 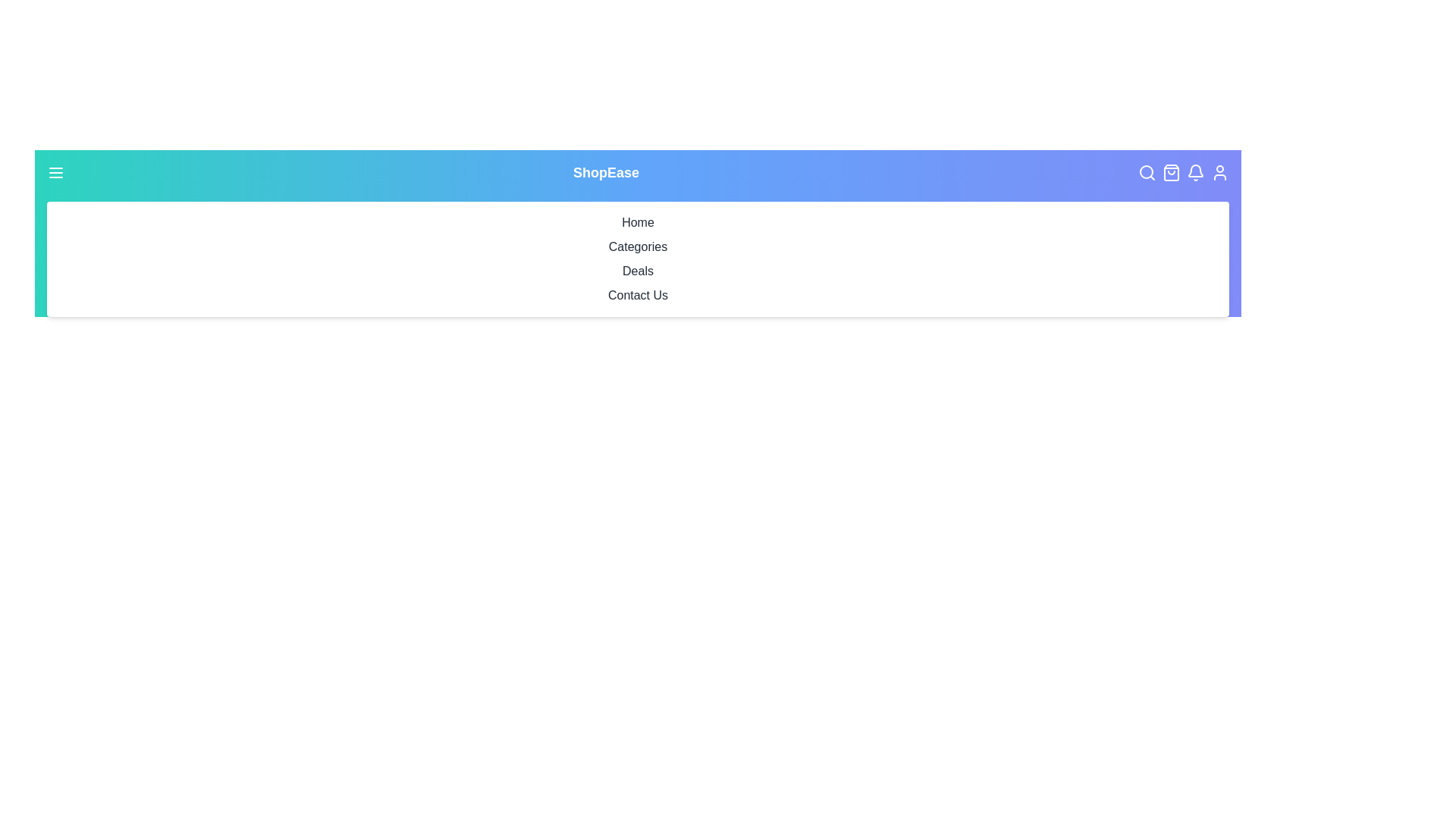 What do you see at coordinates (1174, 171) in the screenshot?
I see `the 'Shopping Bag' icon` at bounding box center [1174, 171].